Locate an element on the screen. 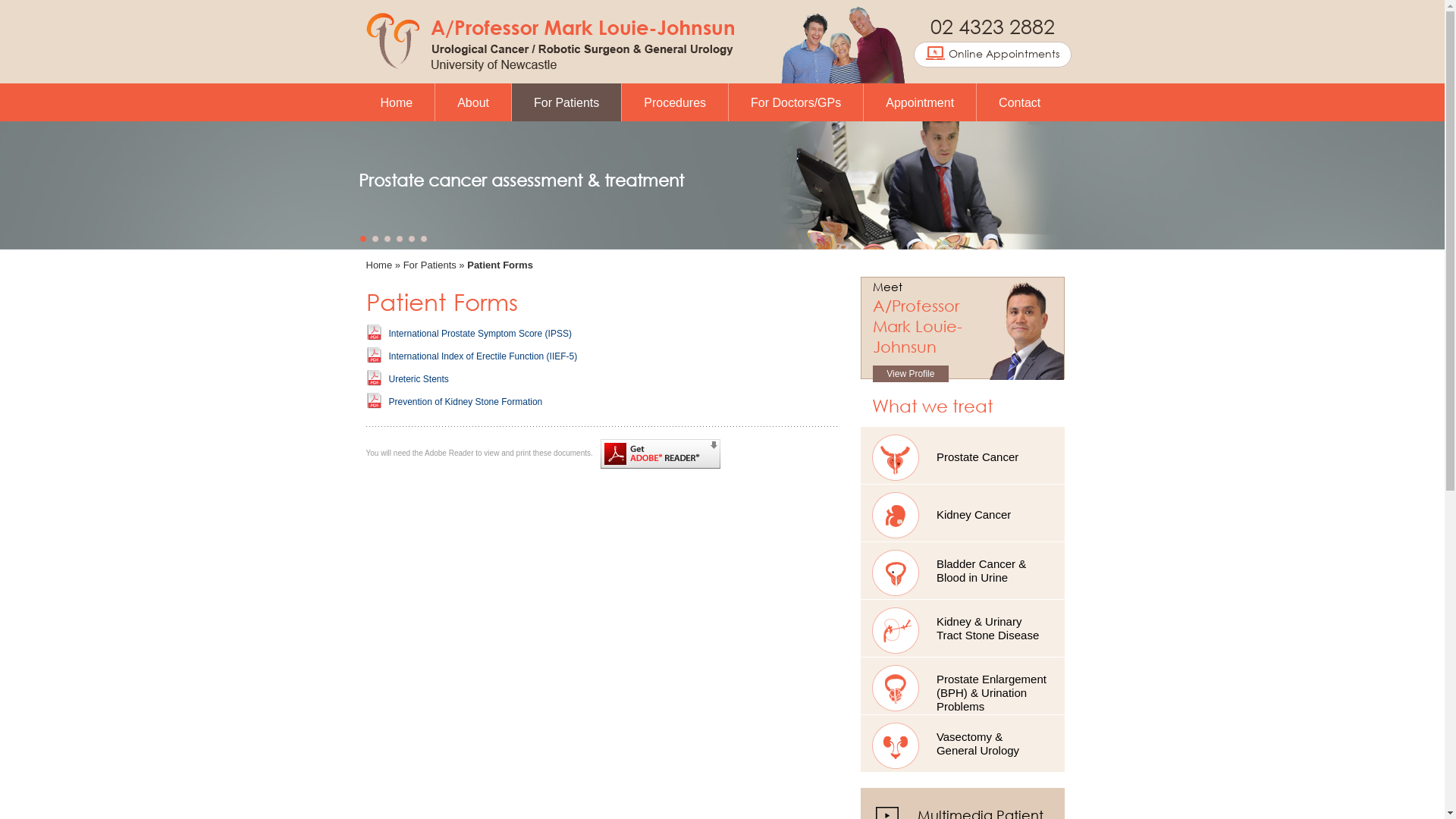 The height and width of the screenshot is (819, 1456). 'Appointment' is located at coordinates (919, 102).